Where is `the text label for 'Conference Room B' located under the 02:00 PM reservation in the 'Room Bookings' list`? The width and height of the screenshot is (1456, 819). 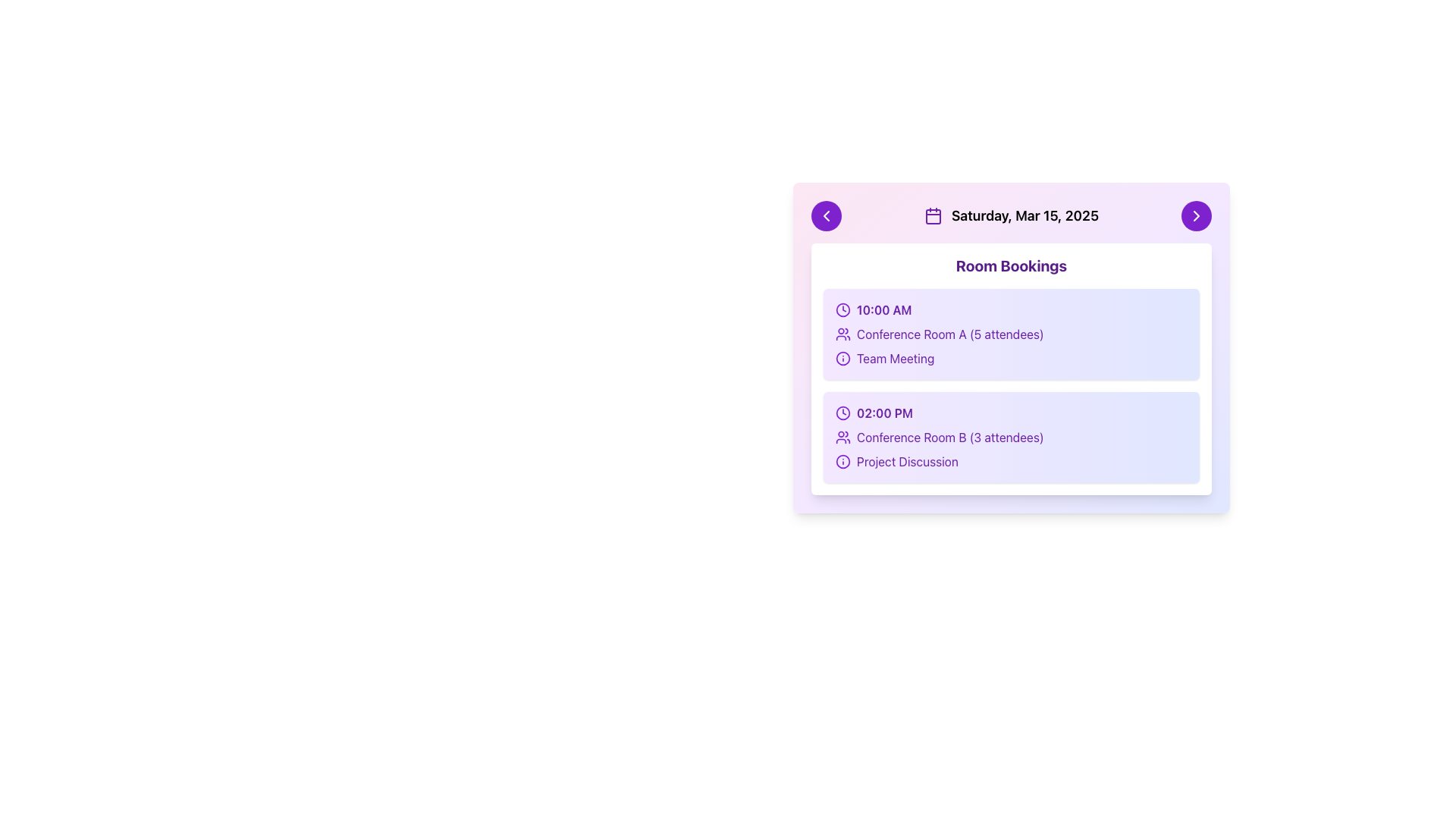
the text label for 'Conference Room B' located under the 02:00 PM reservation in the 'Room Bookings' list is located at coordinates (907, 461).